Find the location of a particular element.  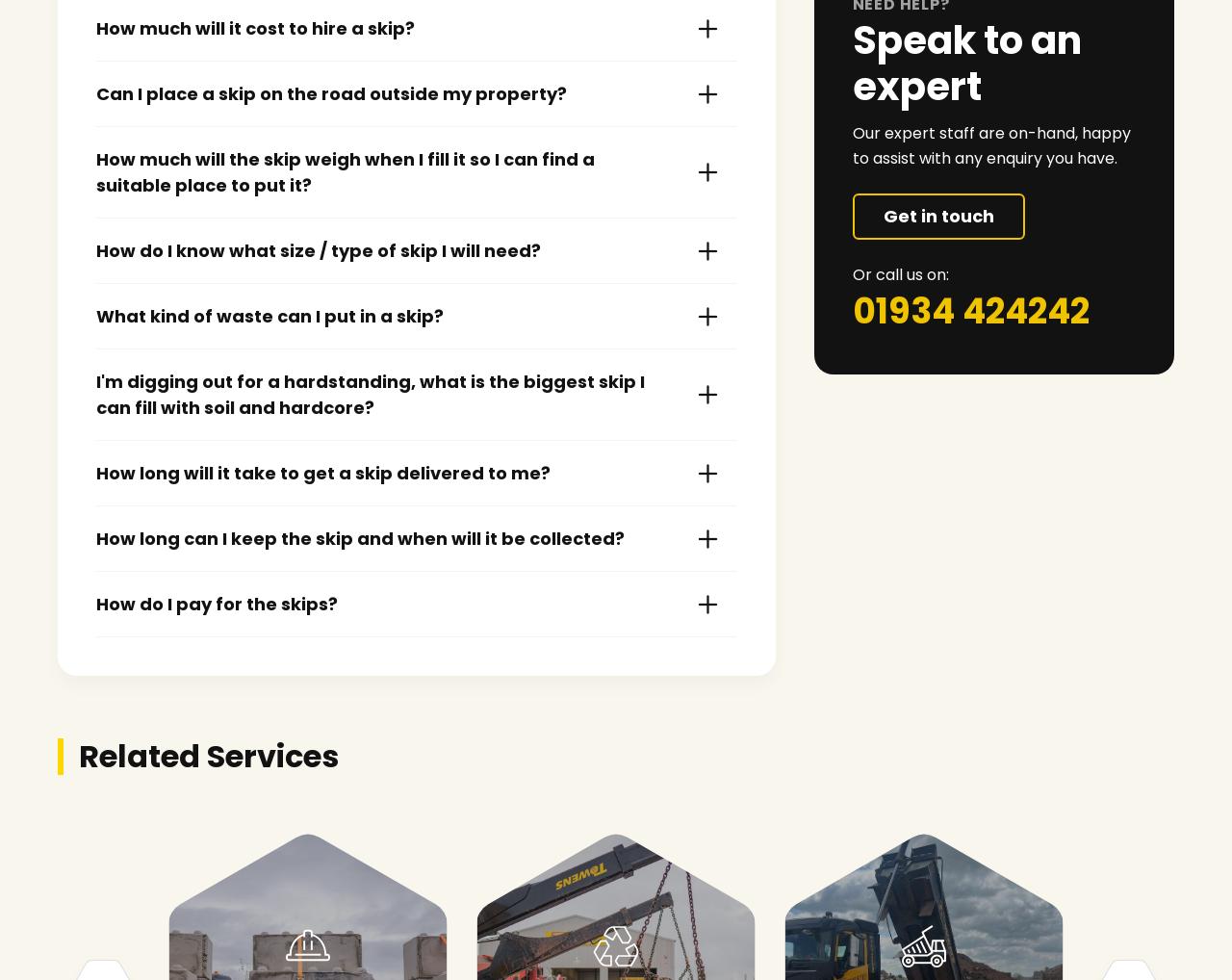

'How much will the skip weigh when I fill it so I can find a suitable place to put it?' is located at coordinates (94, 171).